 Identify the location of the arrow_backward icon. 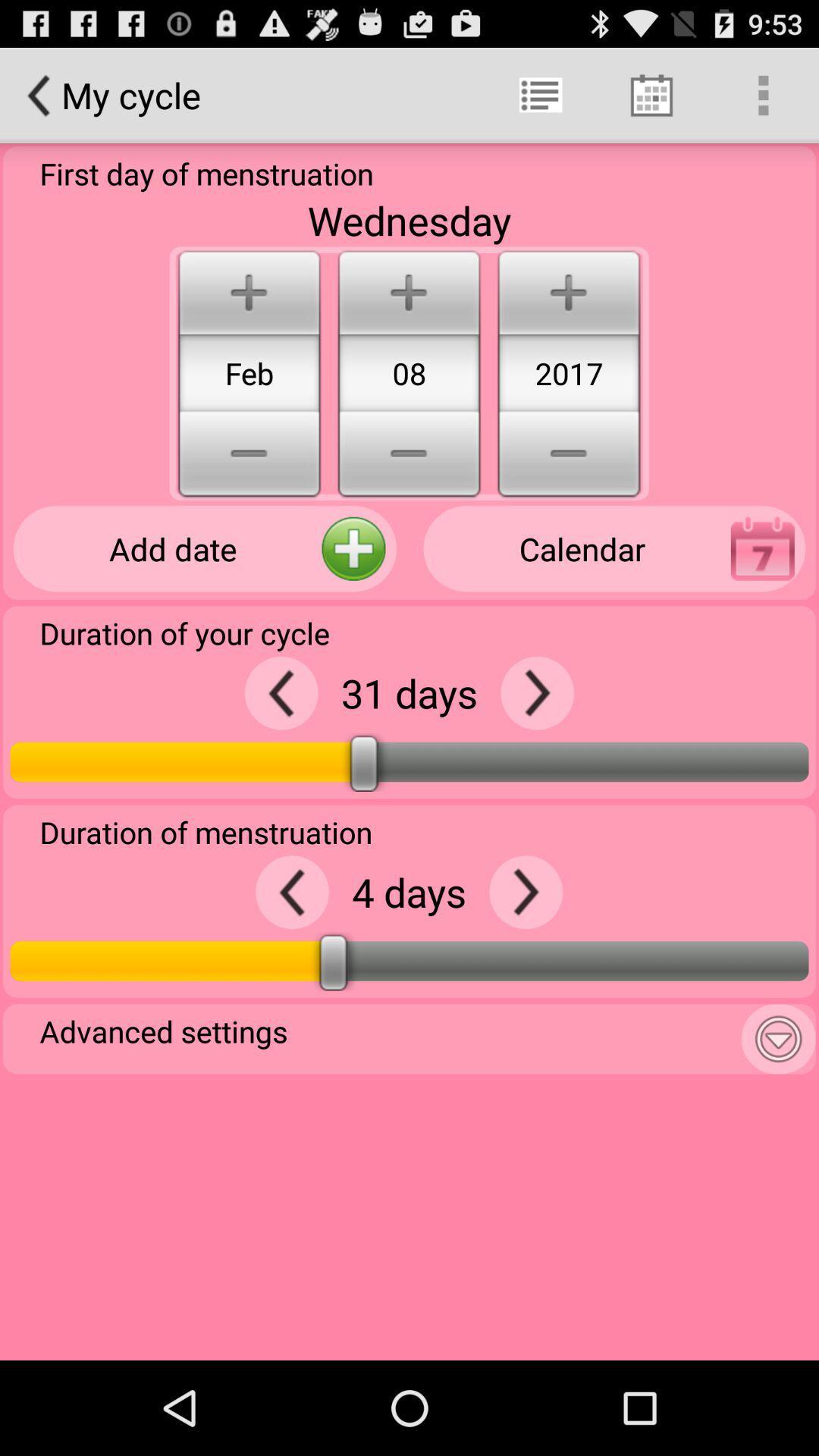
(281, 742).